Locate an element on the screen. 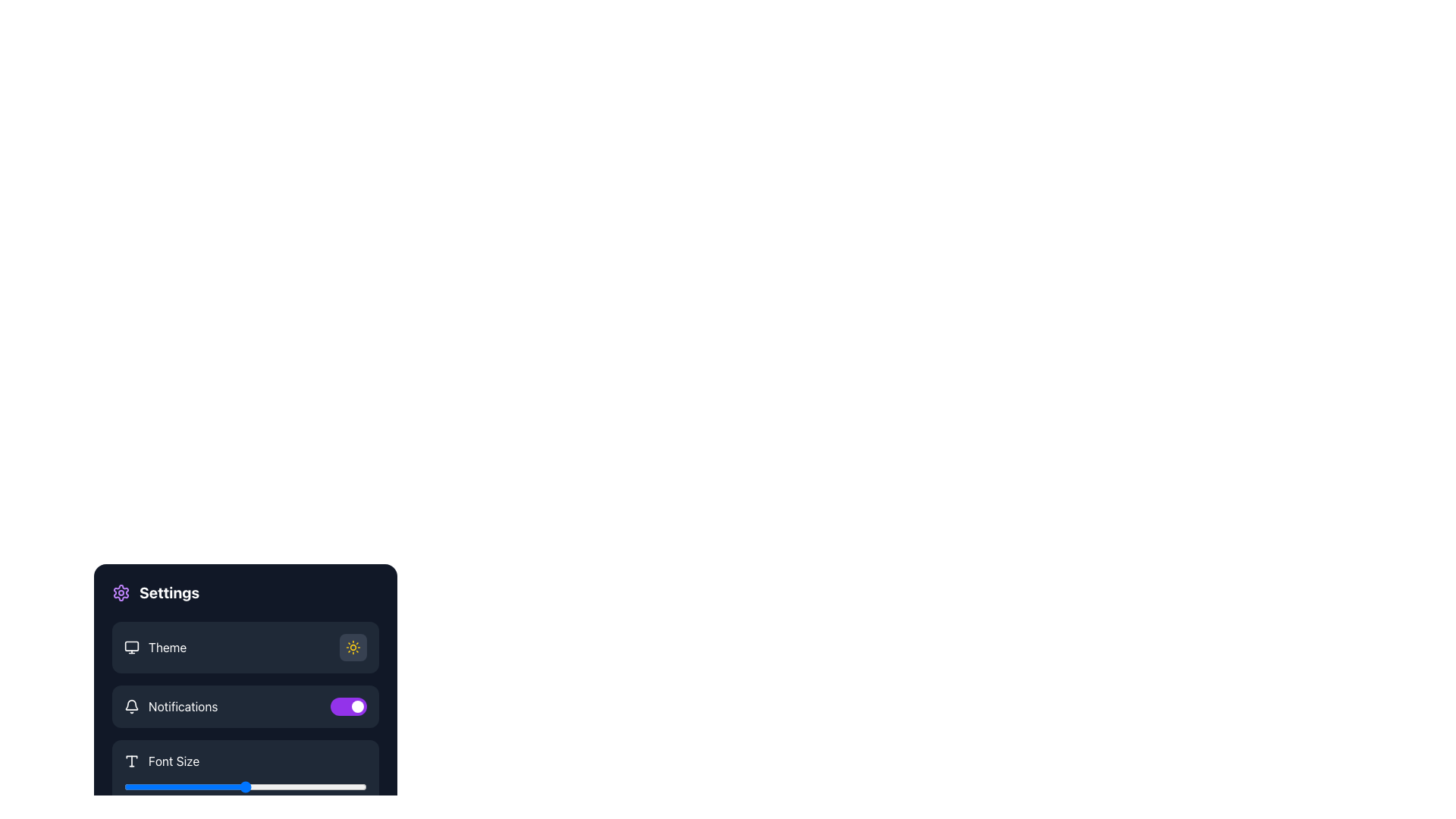 Image resolution: width=1456 pixels, height=819 pixels. the theme icon located is located at coordinates (131, 647).